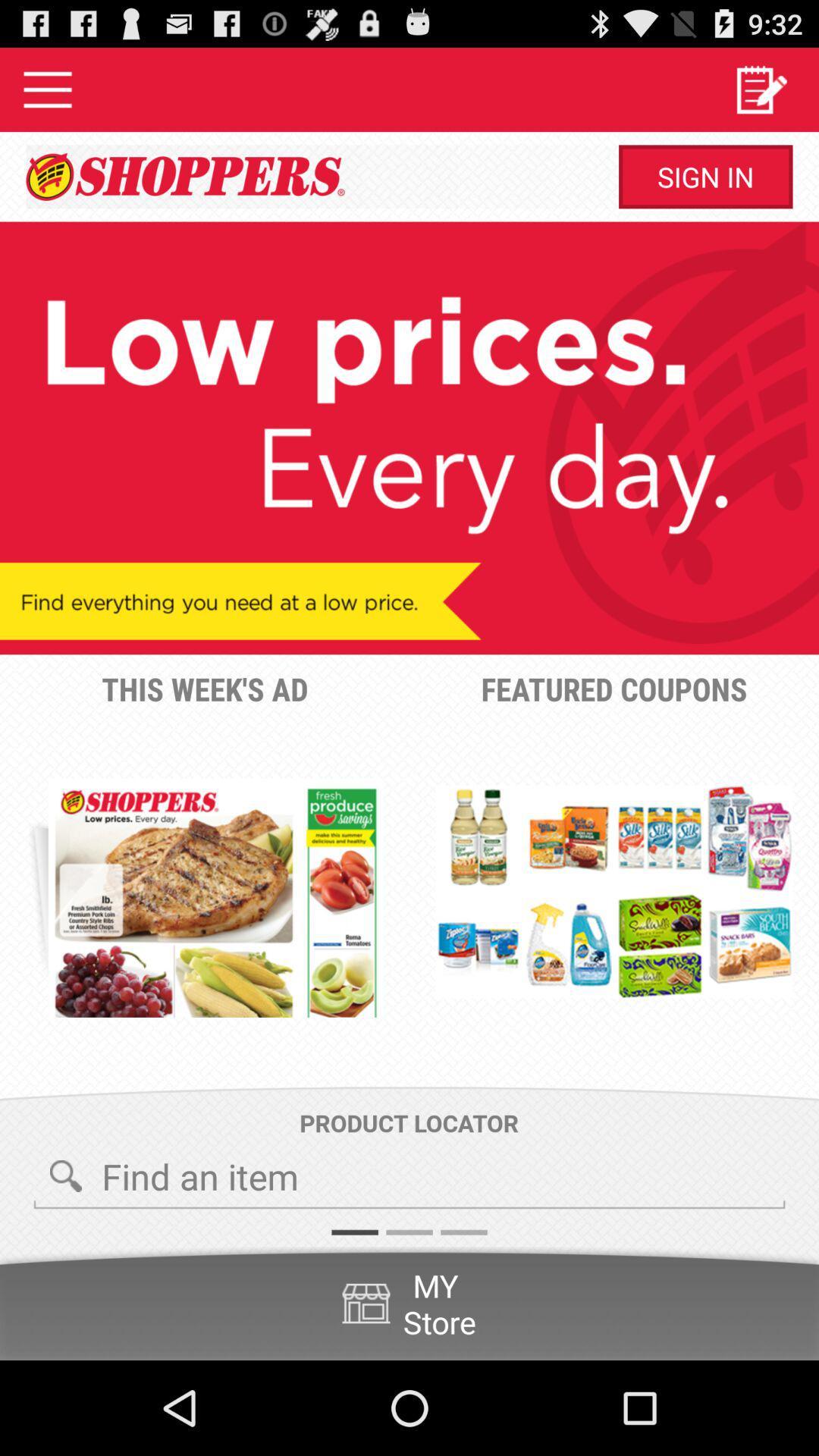 Image resolution: width=819 pixels, height=1456 pixels. I want to click on the item to the left of the featured coupons icon, so click(215, 898).